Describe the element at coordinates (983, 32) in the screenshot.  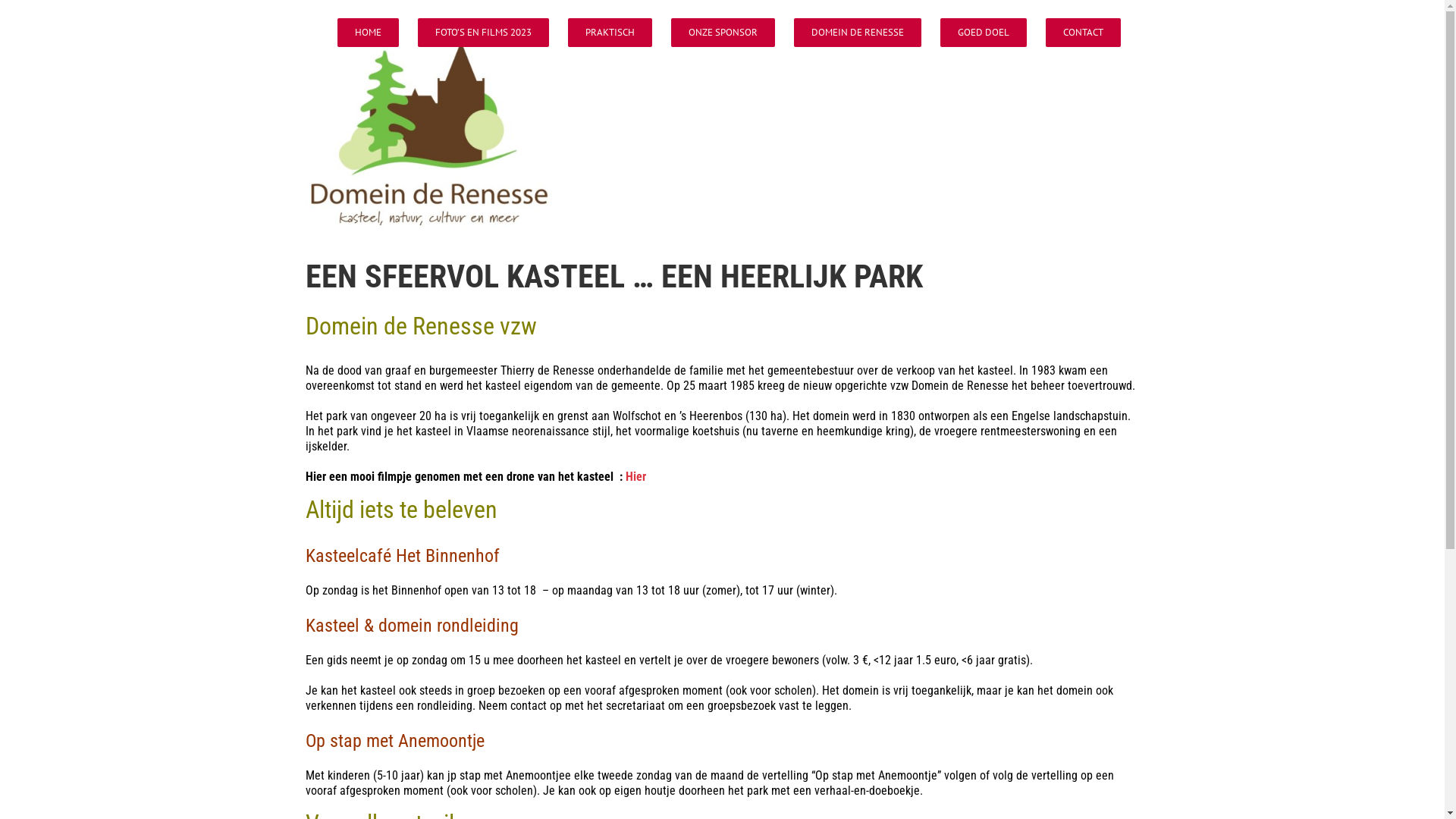
I see `'GOED DOEL'` at that location.